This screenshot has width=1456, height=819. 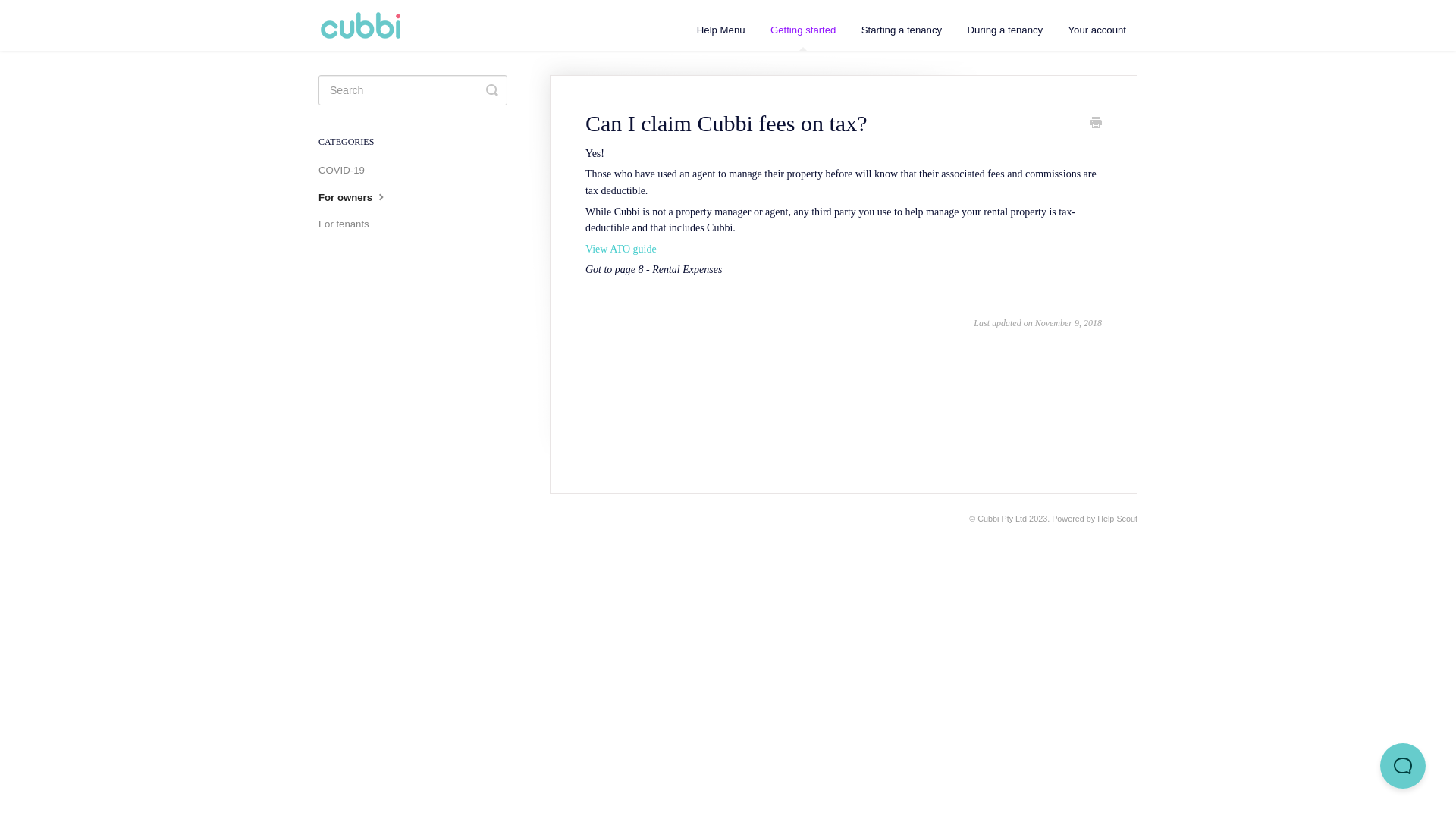 I want to click on 'Cubbi Pty Ltd', so click(x=1002, y=517).